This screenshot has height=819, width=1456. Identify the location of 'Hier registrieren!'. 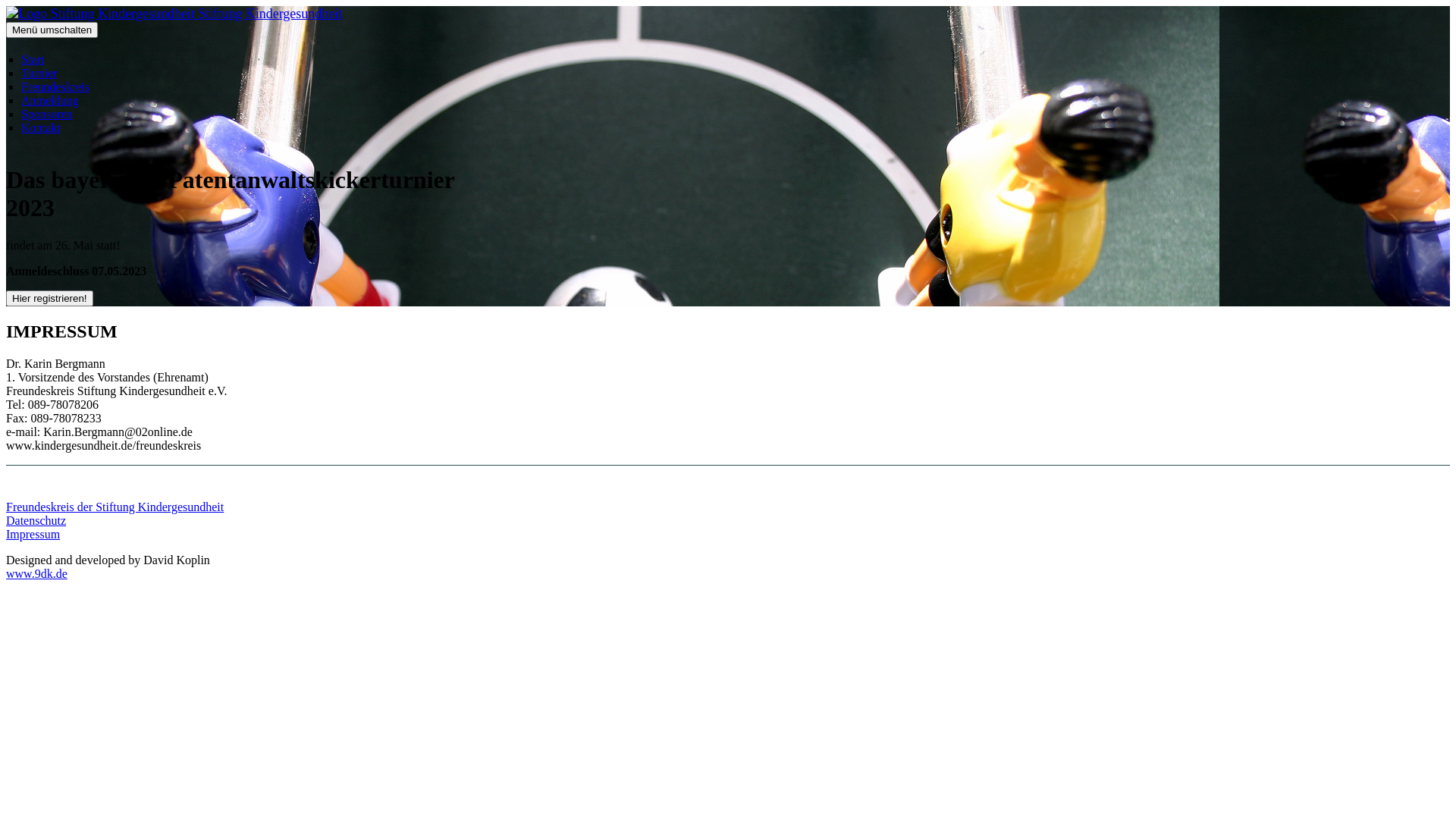
(49, 297).